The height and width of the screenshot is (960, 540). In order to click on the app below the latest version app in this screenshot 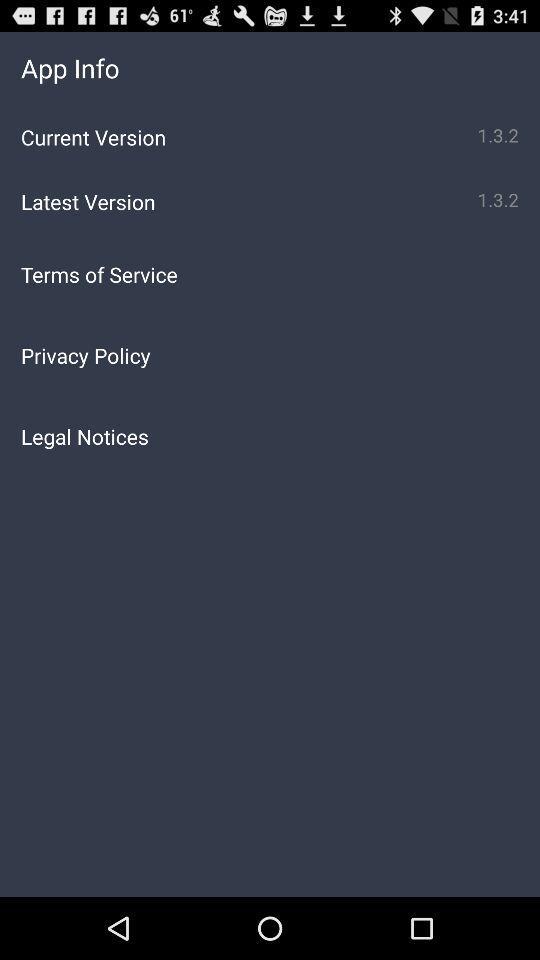, I will do `click(270, 273)`.